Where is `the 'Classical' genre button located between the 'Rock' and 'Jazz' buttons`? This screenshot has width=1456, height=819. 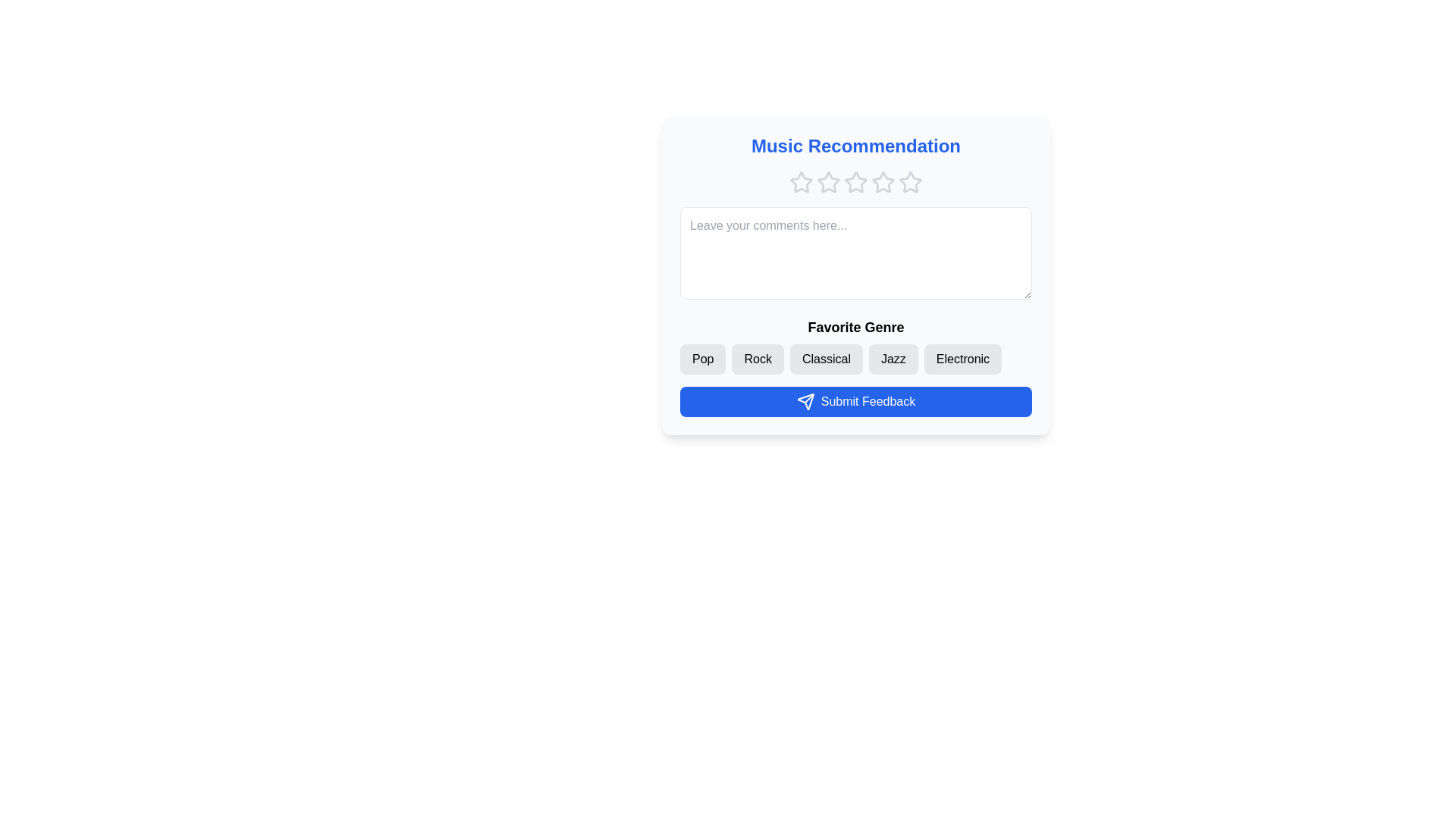 the 'Classical' genre button located between the 'Rock' and 'Jazz' buttons is located at coordinates (825, 359).